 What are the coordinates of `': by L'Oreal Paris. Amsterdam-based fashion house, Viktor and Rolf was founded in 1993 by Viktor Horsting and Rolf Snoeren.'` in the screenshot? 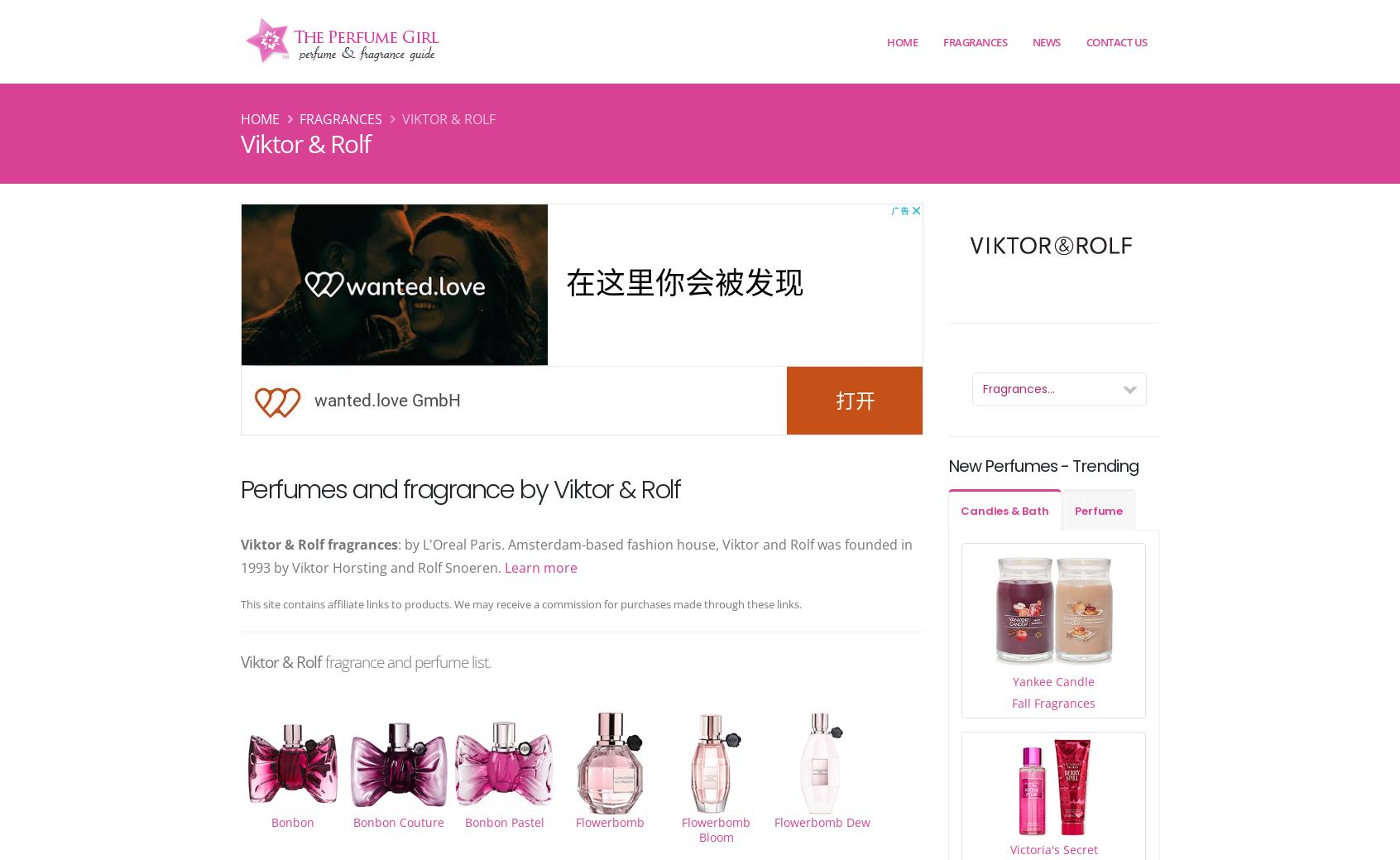 It's located at (240, 555).